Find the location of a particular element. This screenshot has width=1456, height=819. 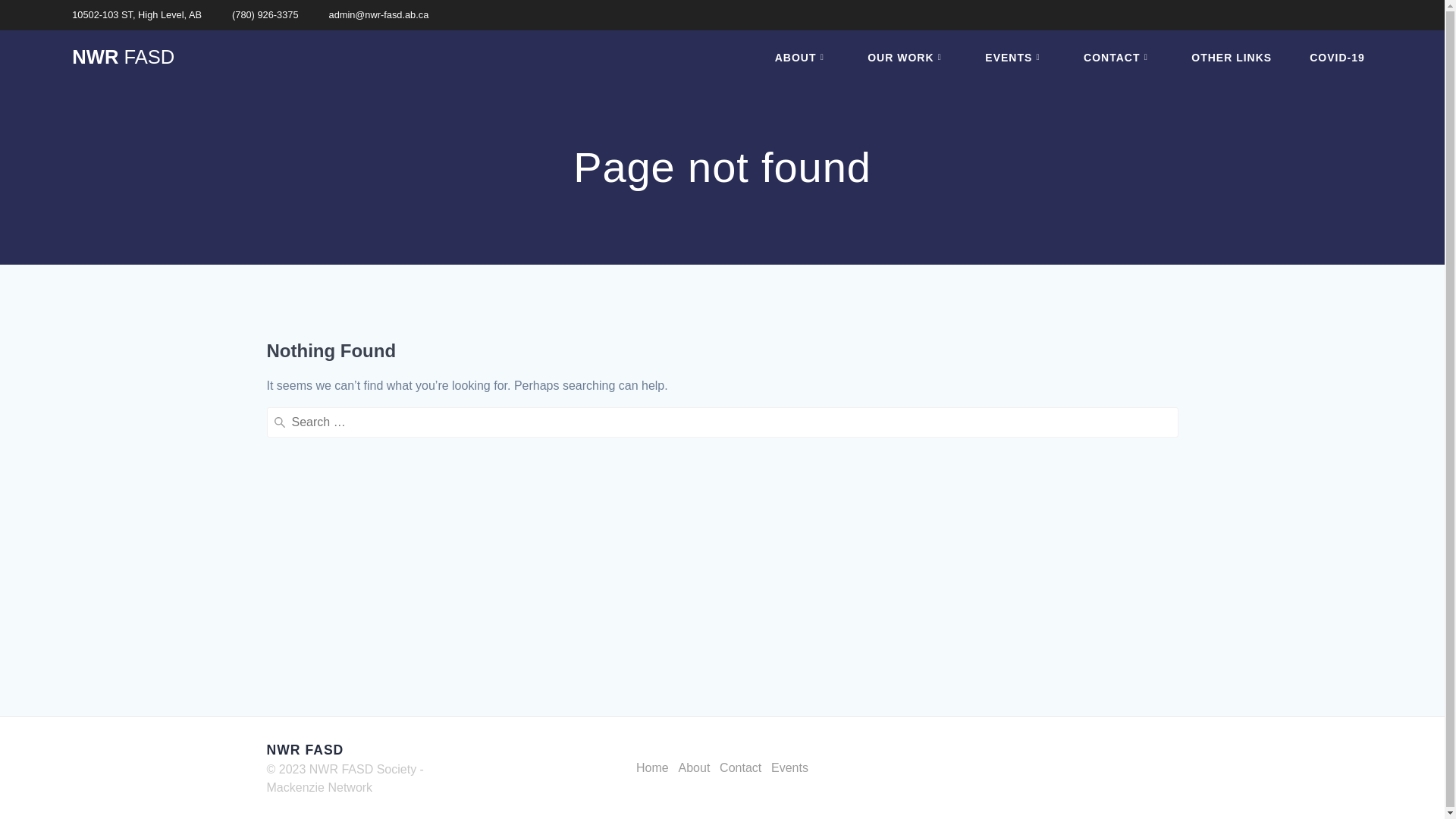

'CONTACT' is located at coordinates (1118, 57).